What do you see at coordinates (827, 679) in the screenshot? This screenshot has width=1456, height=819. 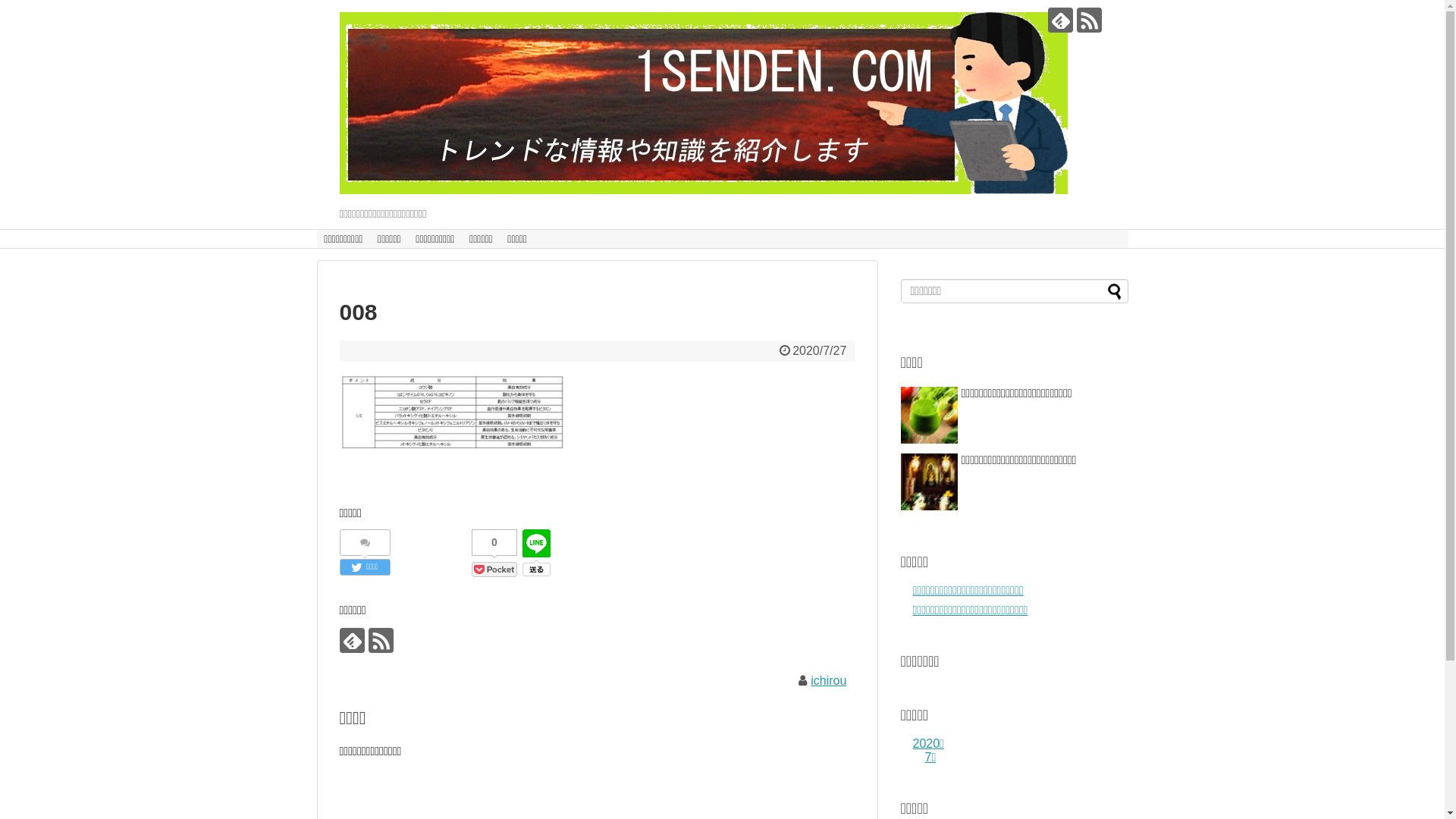 I see `'ichirou'` at bounding box center [827, 679].